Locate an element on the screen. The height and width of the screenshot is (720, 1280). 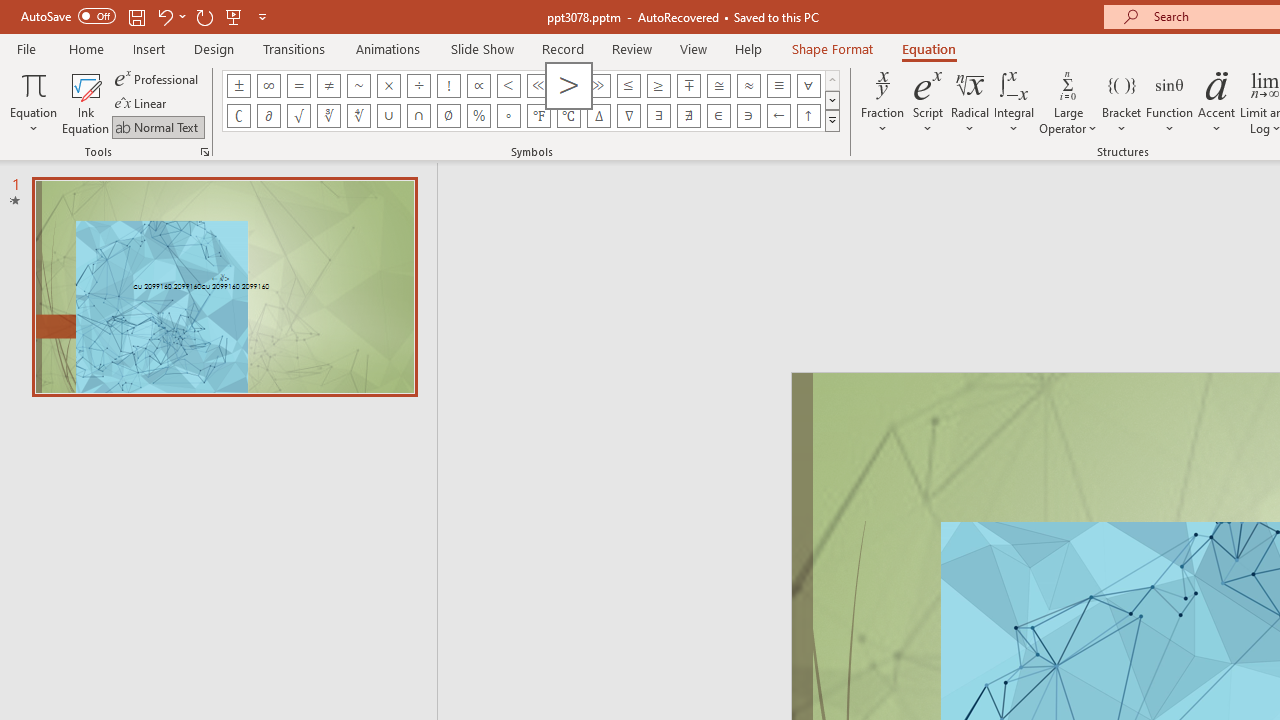
'Equation Symbol Almost Equal To (Asymptotic To)' is located at coordinates (747, 85).